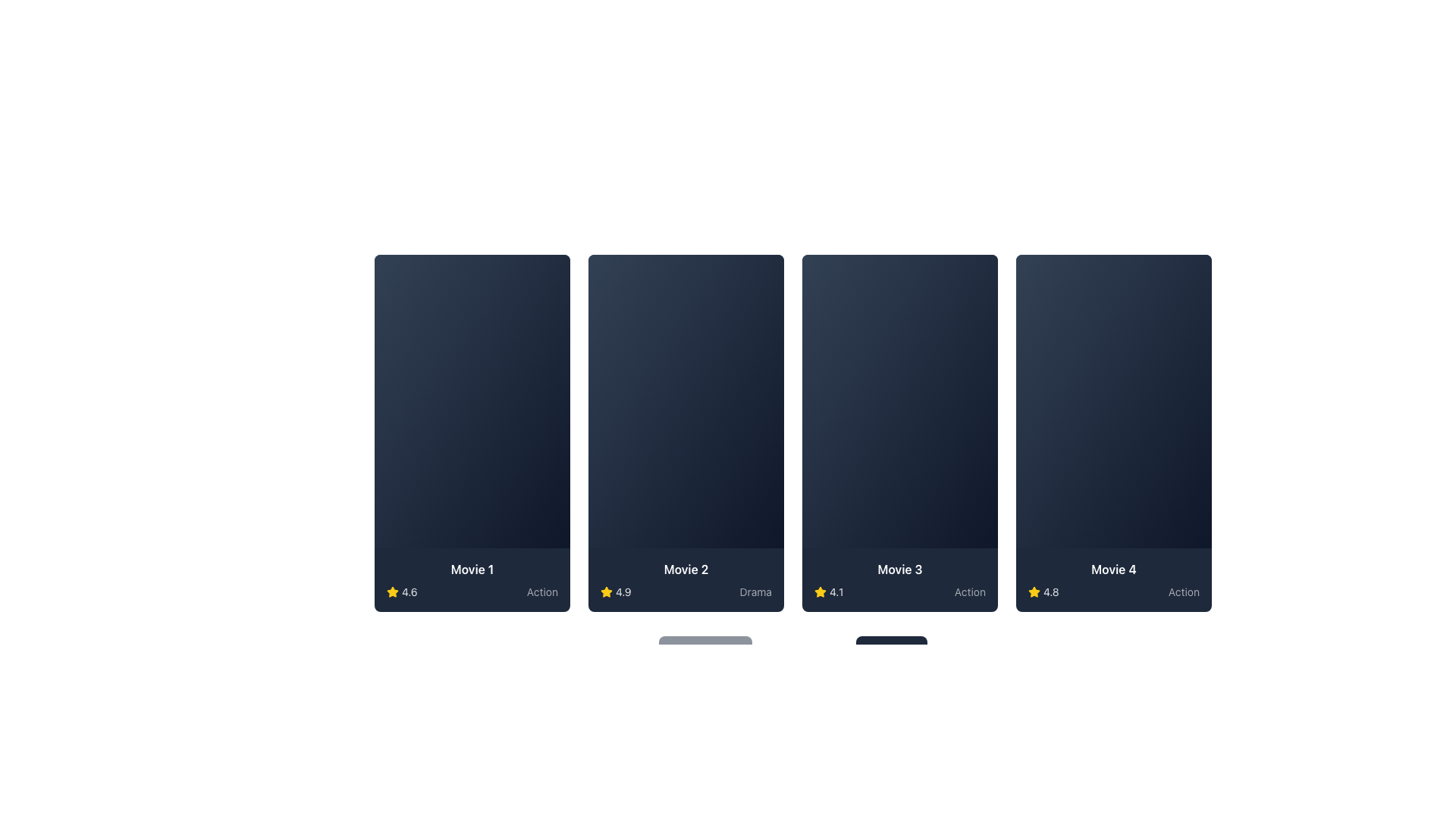  Describe the element at coordinates (828, 591) in the screenshot. I see `the informational text label '4.1' located at the lower-left corner of the third movie card` at that location.